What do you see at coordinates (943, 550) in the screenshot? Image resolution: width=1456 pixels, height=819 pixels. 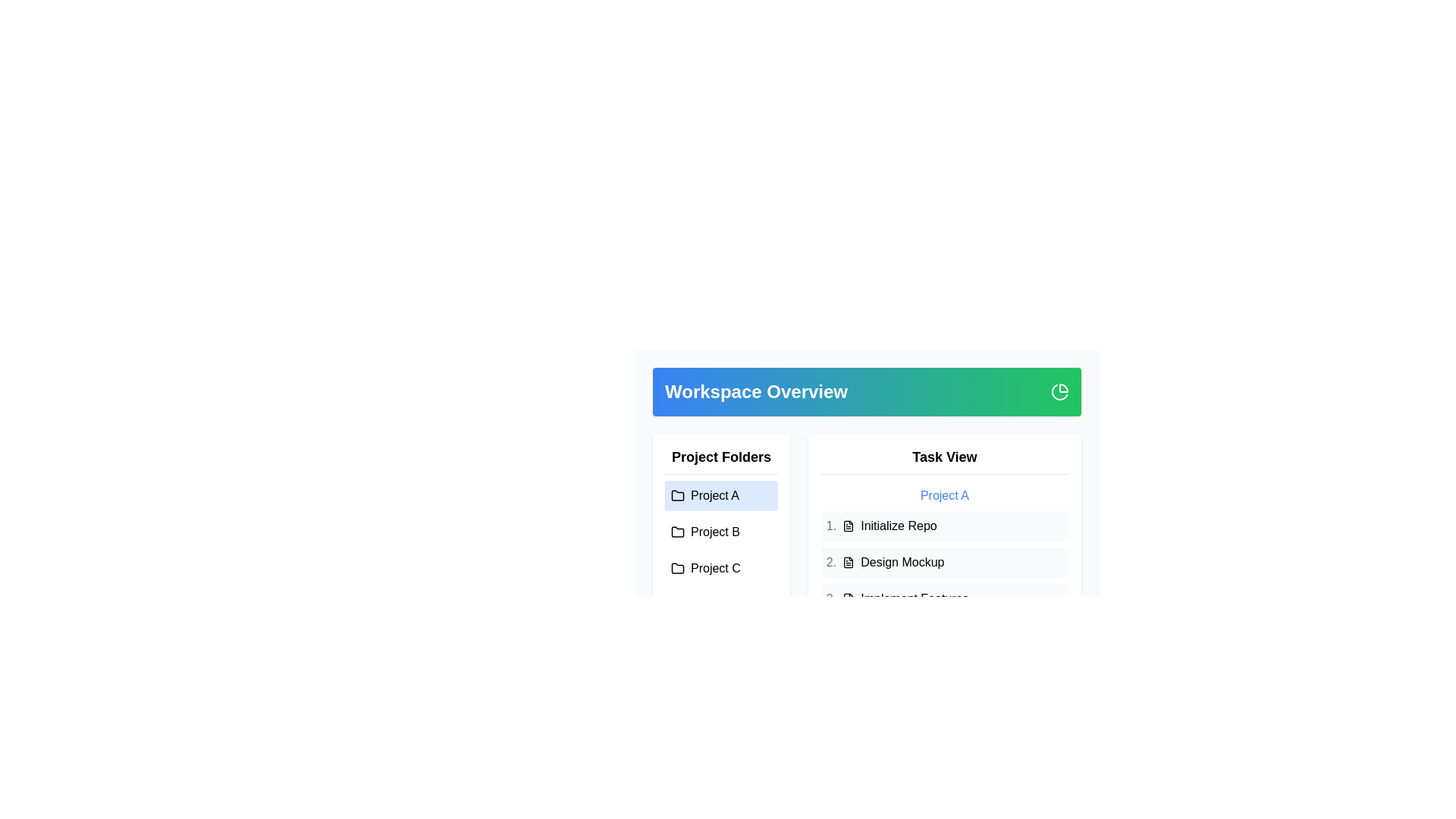 I see `the task item labeled 'Design Mockup' located in the 'Task View' panel under 'Project A' to focus or select it` at bounding box center [943, 550].